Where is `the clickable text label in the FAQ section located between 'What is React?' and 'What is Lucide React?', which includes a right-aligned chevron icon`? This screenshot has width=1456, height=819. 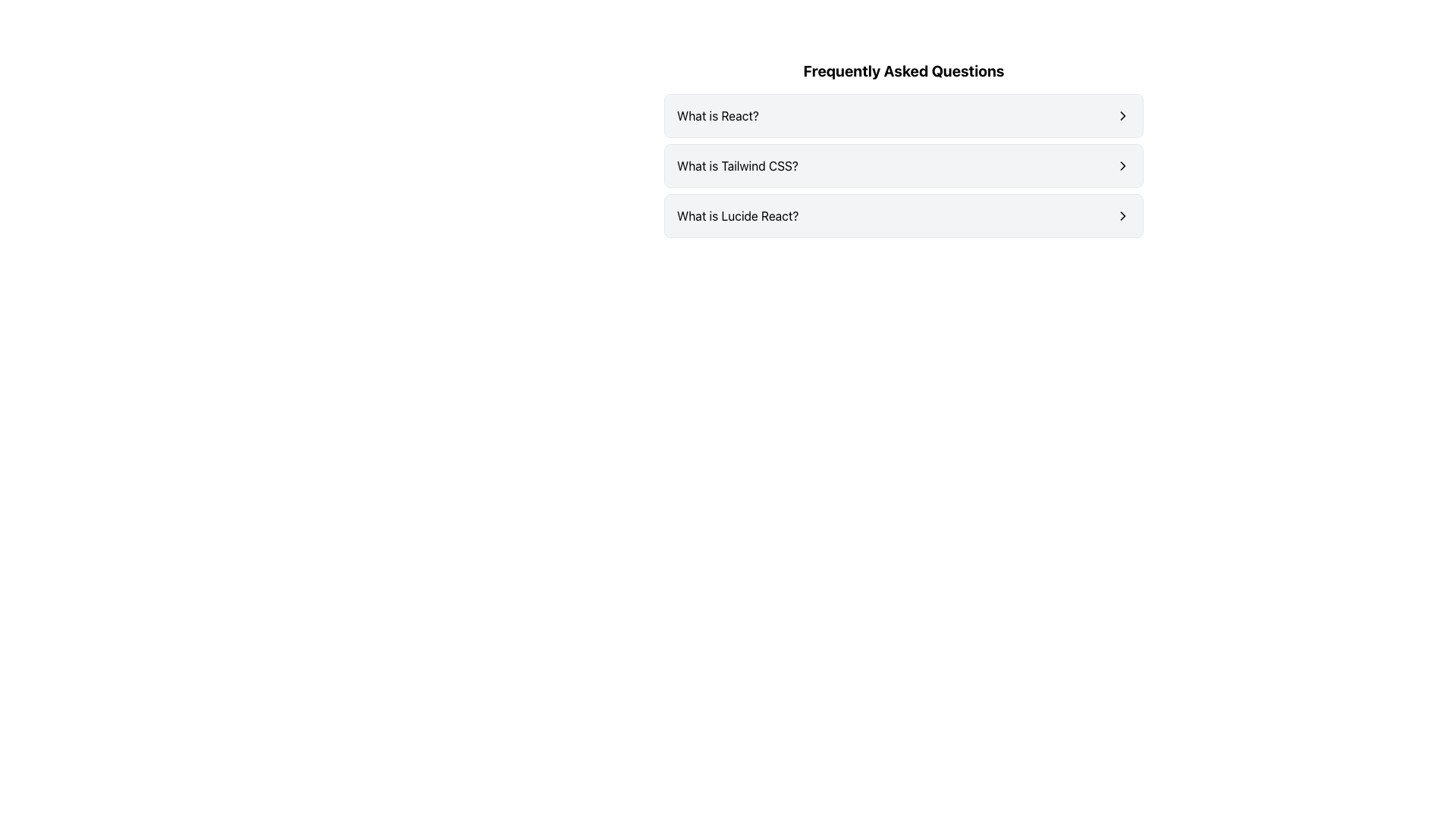
the clickable text label in the FAQ section located between 'What is React?' and 'What is Lucide React?', which includes a right-aligned chevron icon is located at coordinates (737, 166).